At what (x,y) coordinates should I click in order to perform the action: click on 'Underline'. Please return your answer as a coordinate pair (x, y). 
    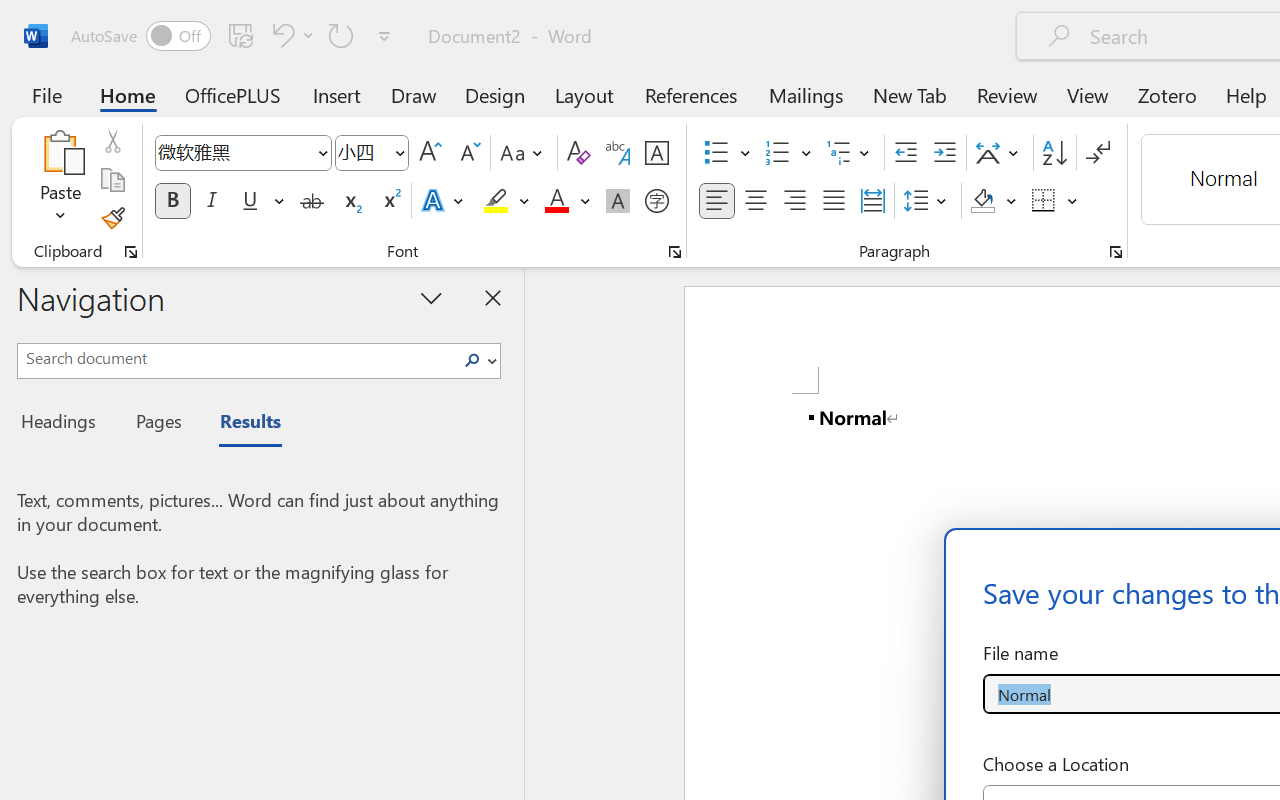
    Looking at the image, I should click on (260, 201).